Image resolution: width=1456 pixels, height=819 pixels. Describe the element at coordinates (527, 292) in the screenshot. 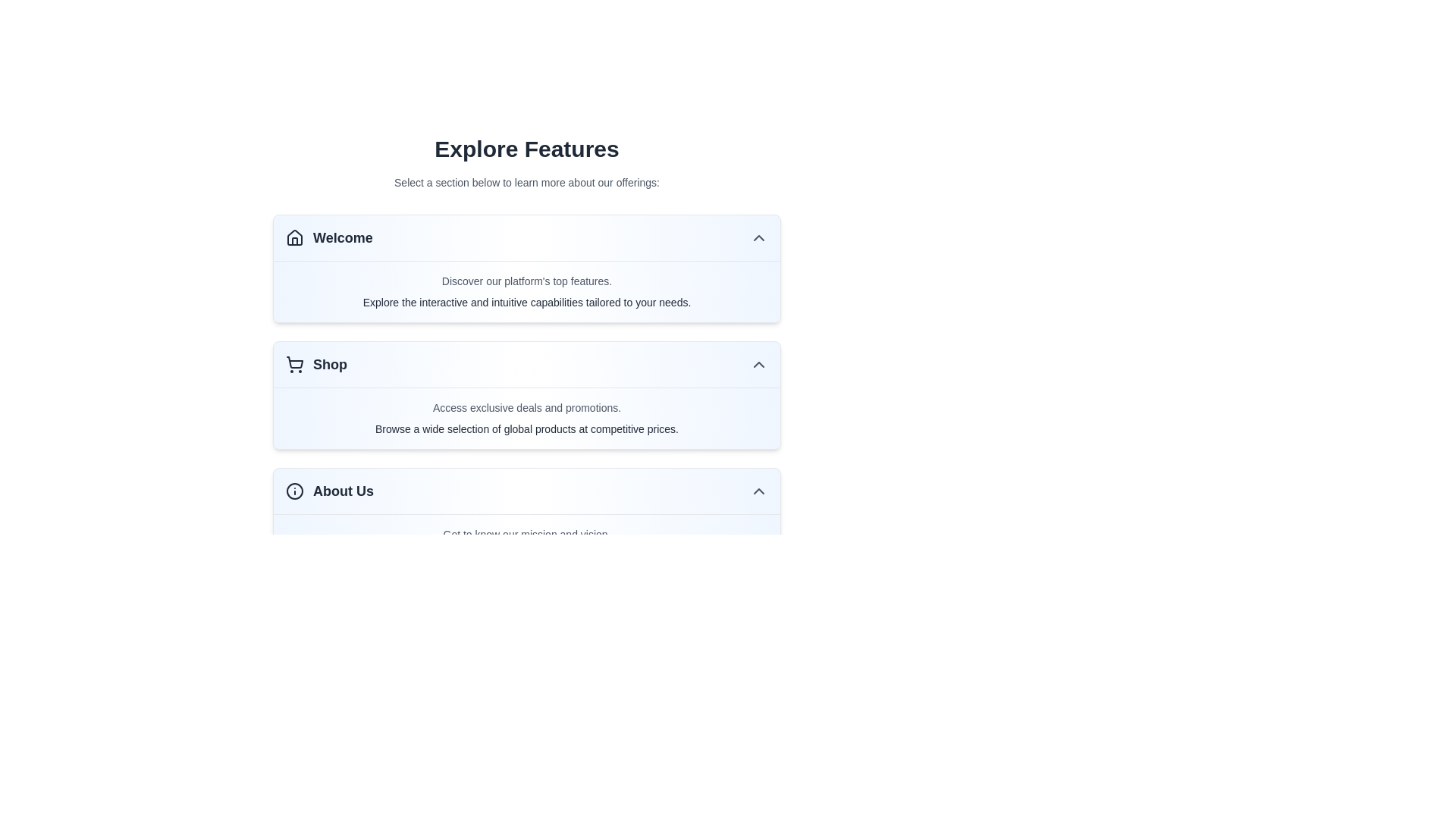

I see `the informational text component located below the 'Welcome' title in the 'Explore Features' section` at that location.